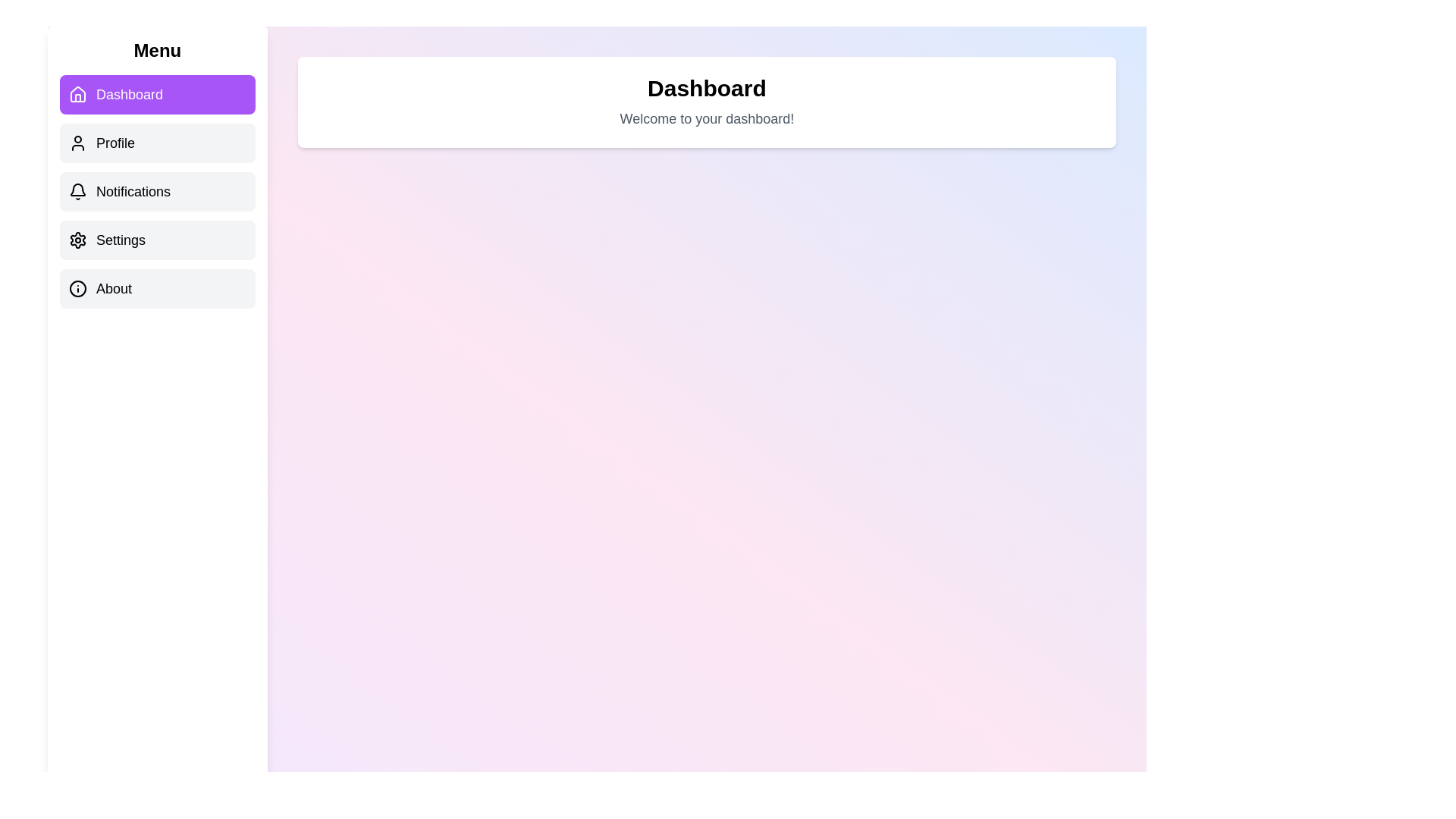 This screenshot has height=819, width=1456. I want to click on the menu item Profile to view its content, so click(157, 143).